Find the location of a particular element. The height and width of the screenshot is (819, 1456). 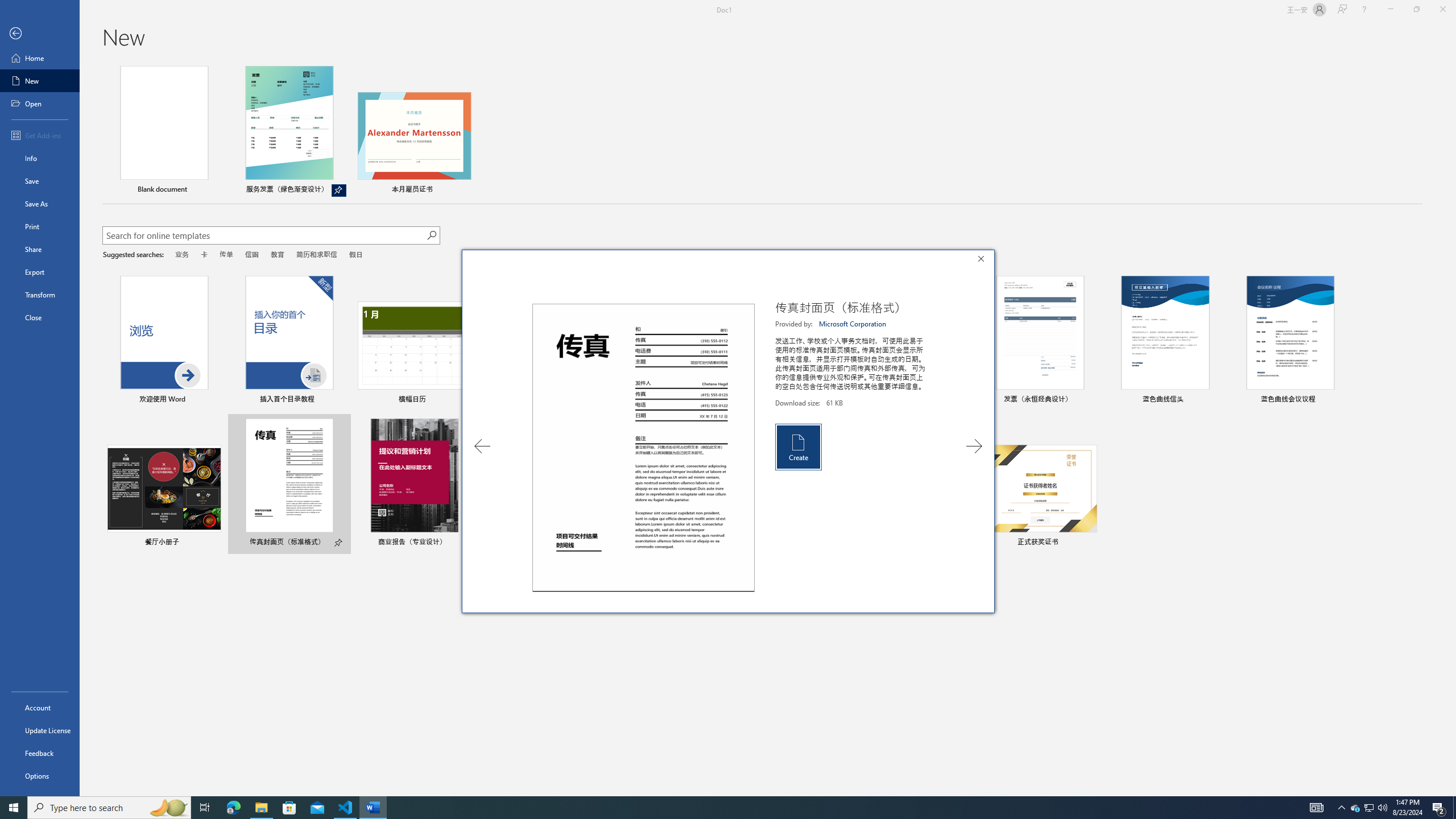

'Word - 1 running window' is located at coordinates (373, 806).